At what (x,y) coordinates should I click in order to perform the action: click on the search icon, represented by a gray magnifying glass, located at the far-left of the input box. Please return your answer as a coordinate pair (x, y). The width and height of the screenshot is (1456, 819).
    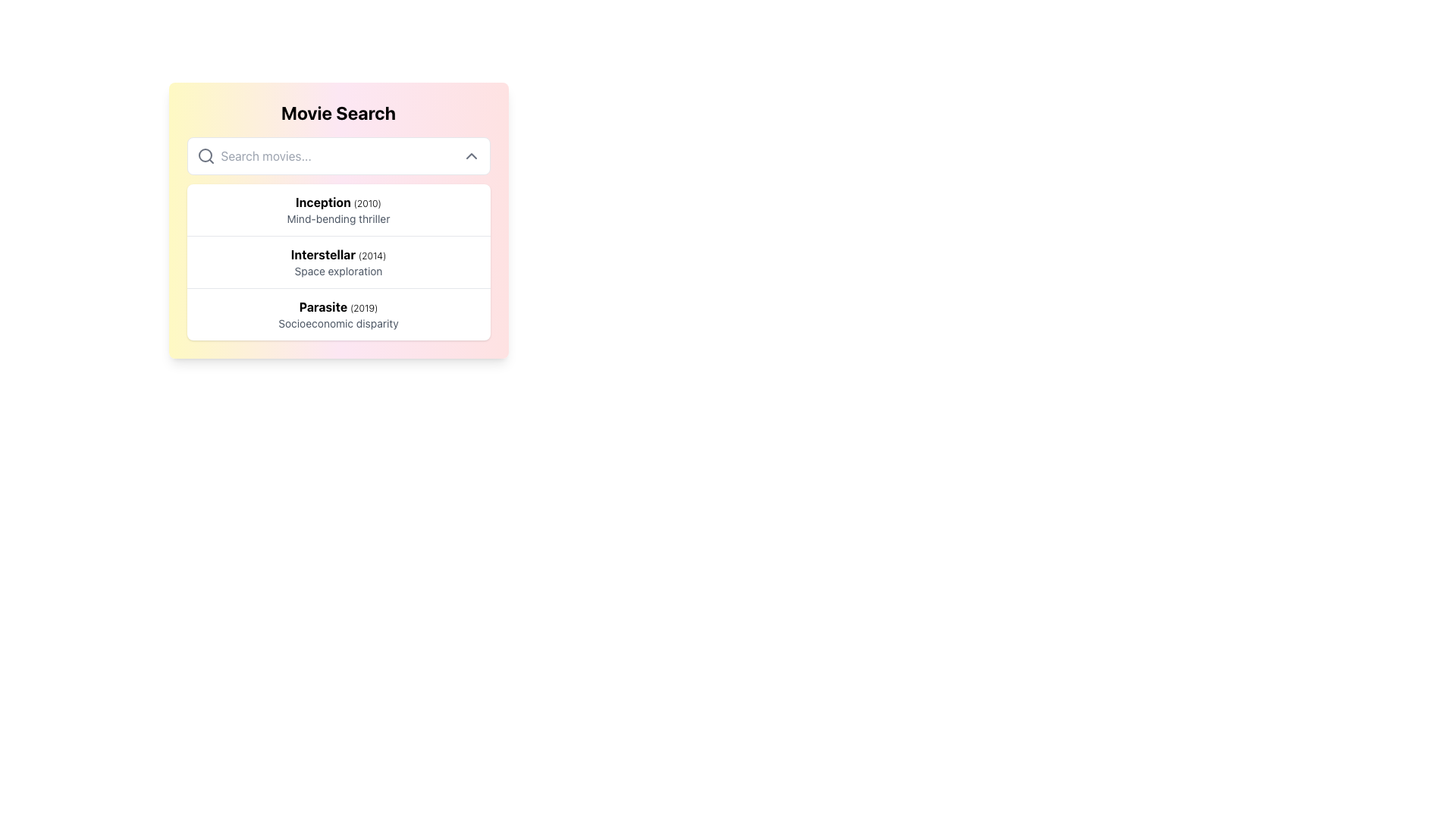
    Looking at the image, I should click on (205, 155).